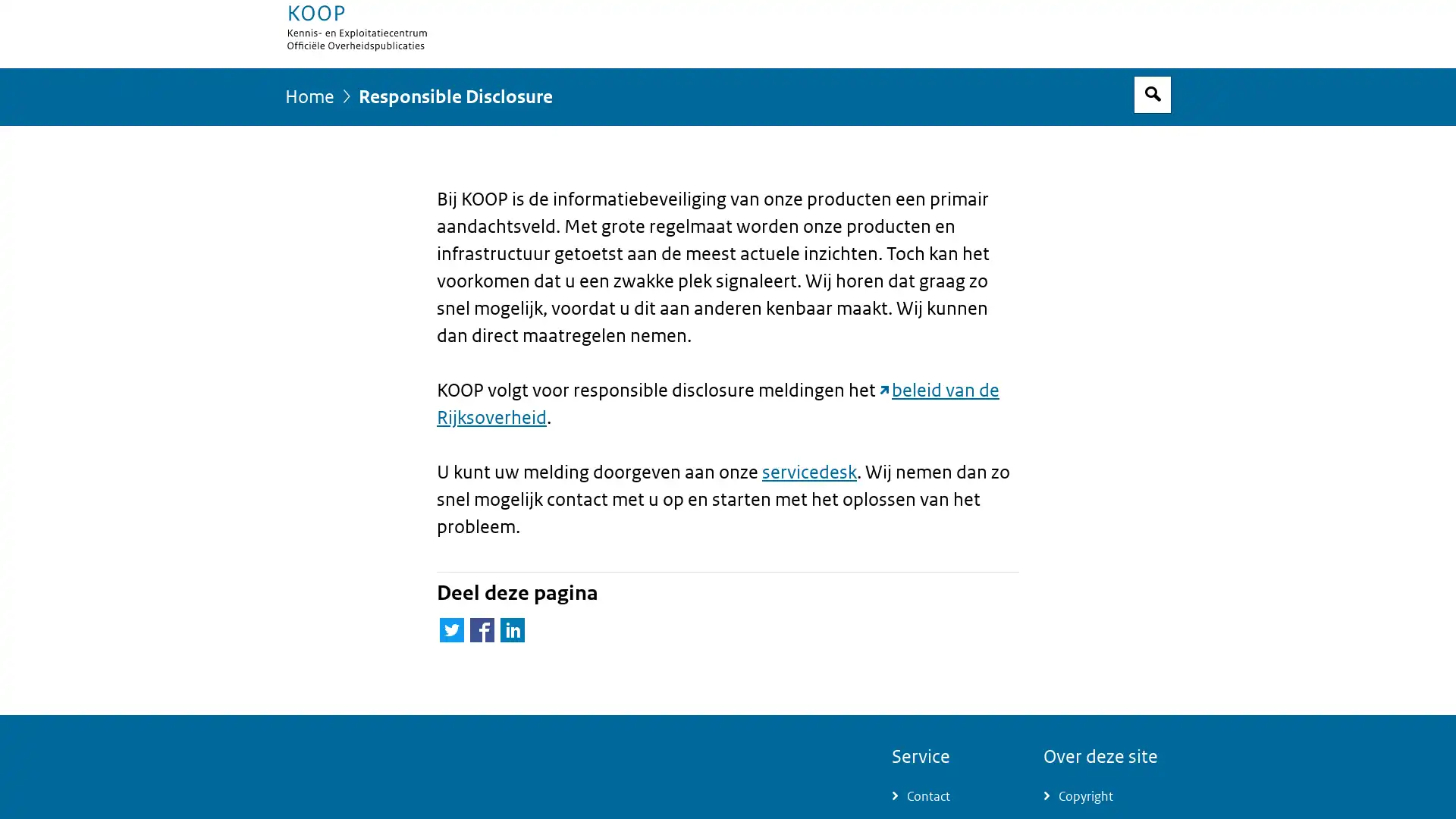 The image size is (1456, 819). Describe the element at coordinates (1153, 94) in the screenshot. I see `Open zoekveld` at that location.